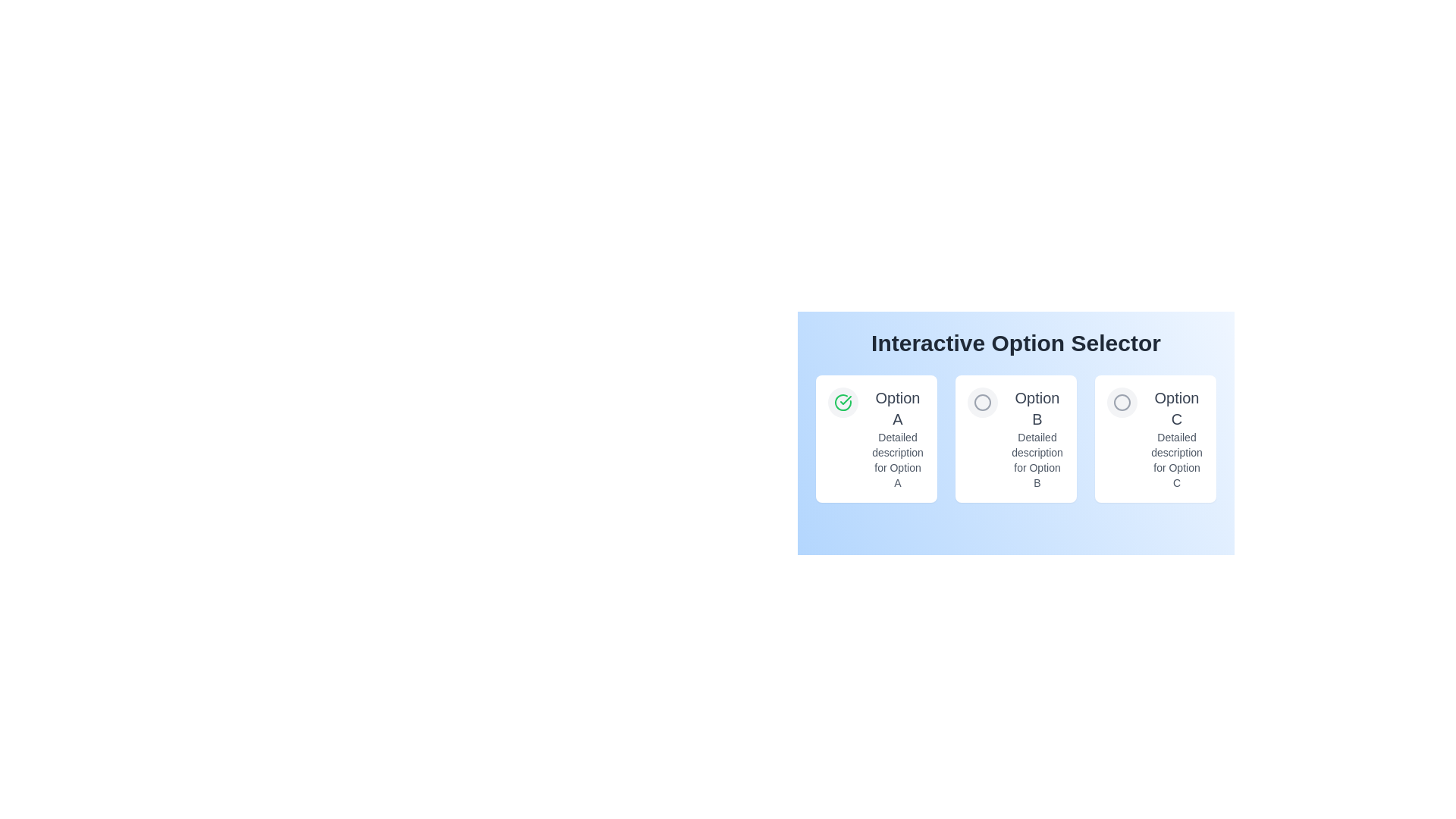 The image size is (1456, 819). Describe the element at coordinates (1037, 459) in the screenshot. I see `the Text block that provides additional descriptive information about Option B, located within the card representing Option B, immediately below the main title 'Option B'` at that location.